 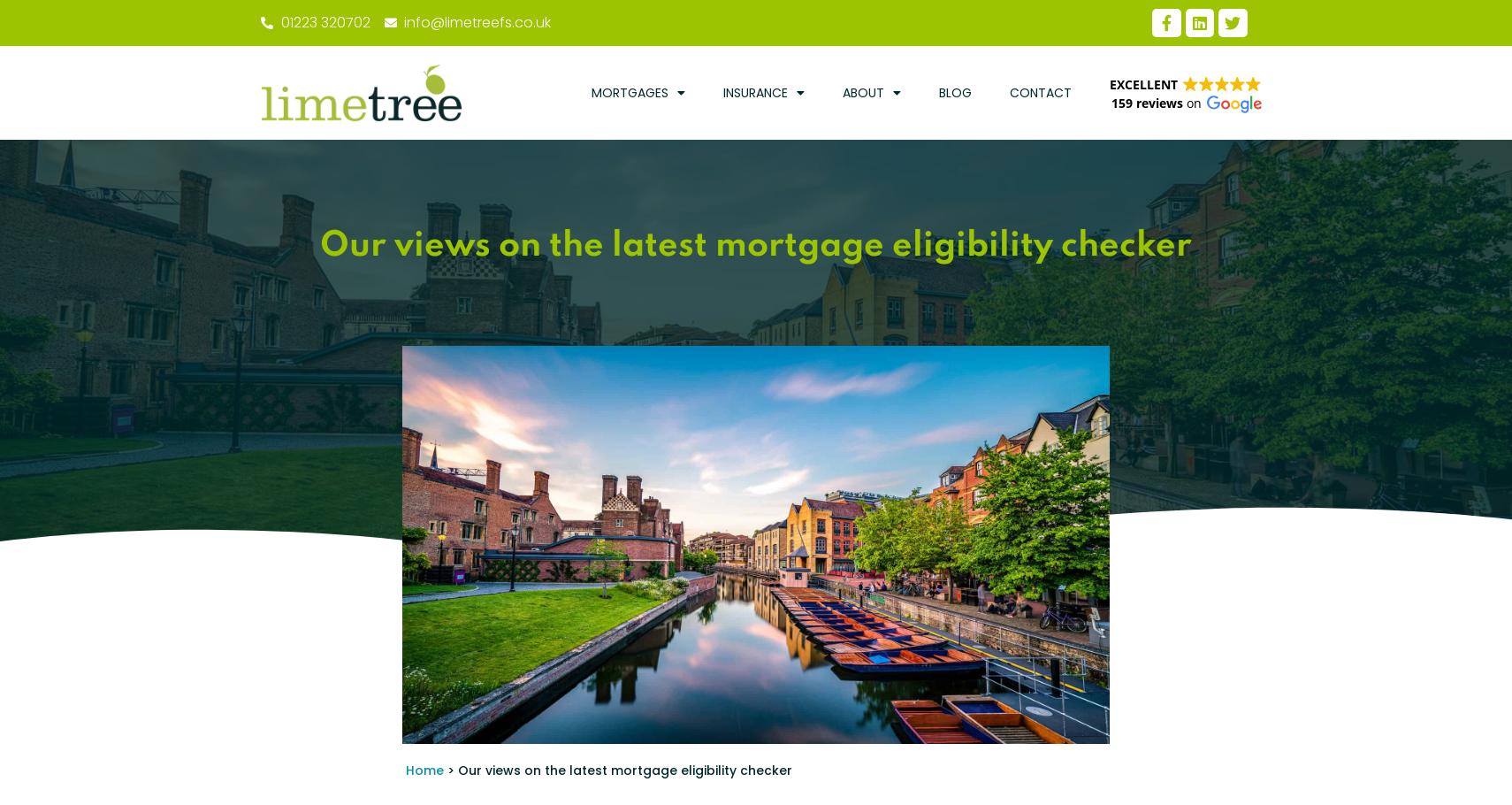 I want to click on 'Email', so click(x=302, y=204).